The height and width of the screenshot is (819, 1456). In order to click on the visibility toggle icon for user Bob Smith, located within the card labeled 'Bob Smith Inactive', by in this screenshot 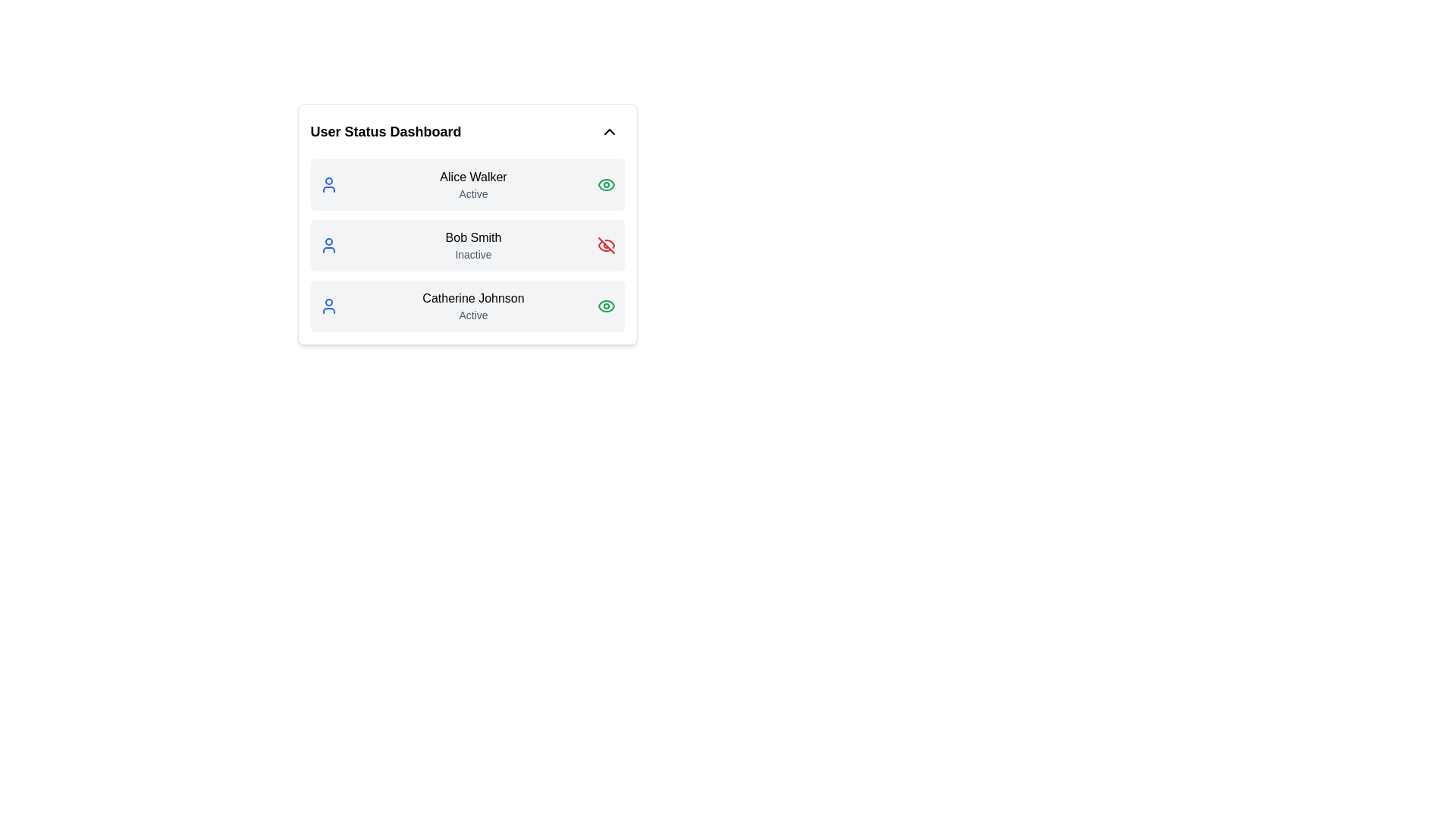, I will do `click(605, 245)`.